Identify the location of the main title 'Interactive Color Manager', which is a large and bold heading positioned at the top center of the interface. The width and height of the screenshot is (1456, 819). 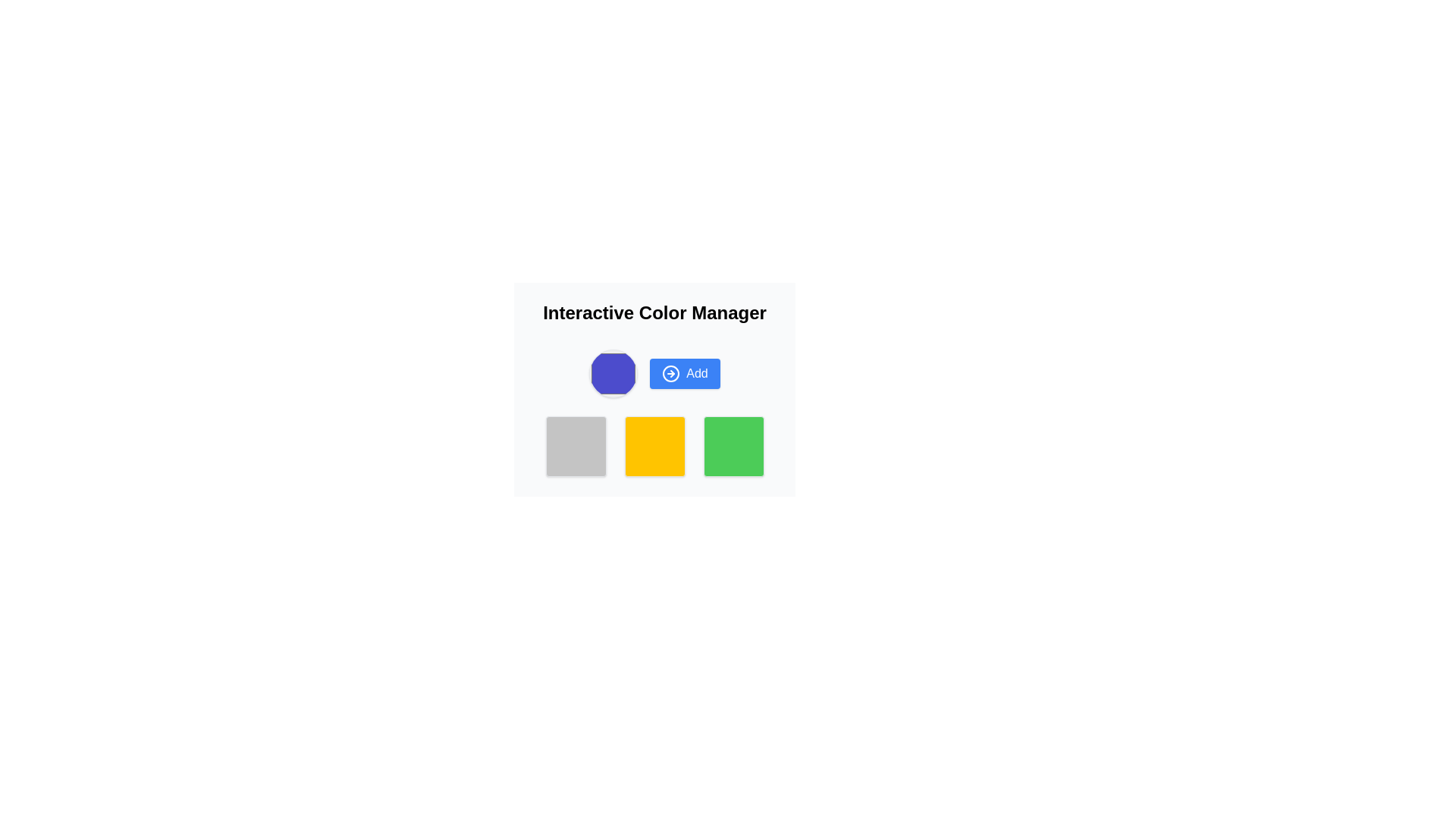
(654, 312).